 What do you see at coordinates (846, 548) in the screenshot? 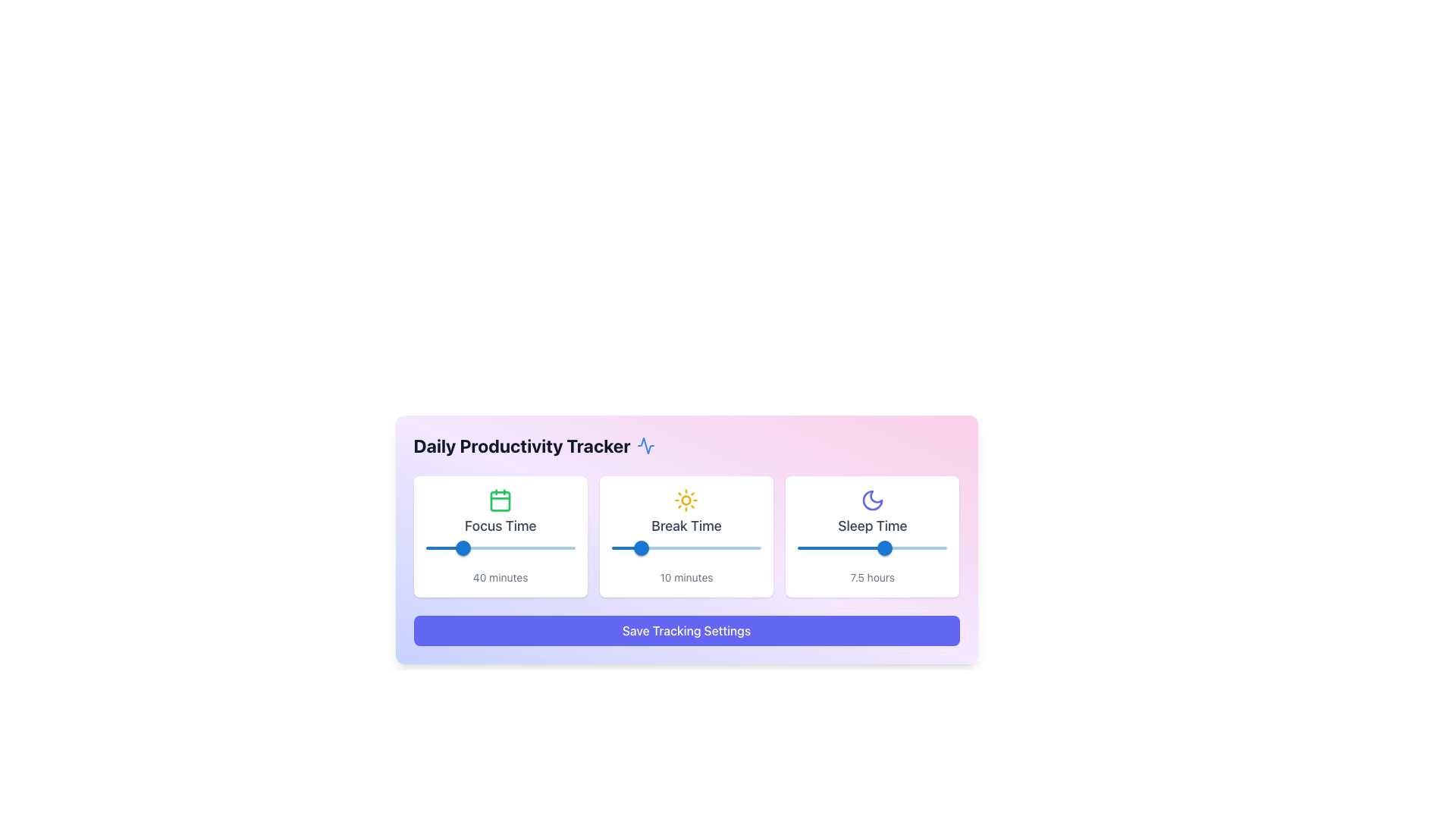
I see `the sleep time slider` at bounding box center [846, 548].